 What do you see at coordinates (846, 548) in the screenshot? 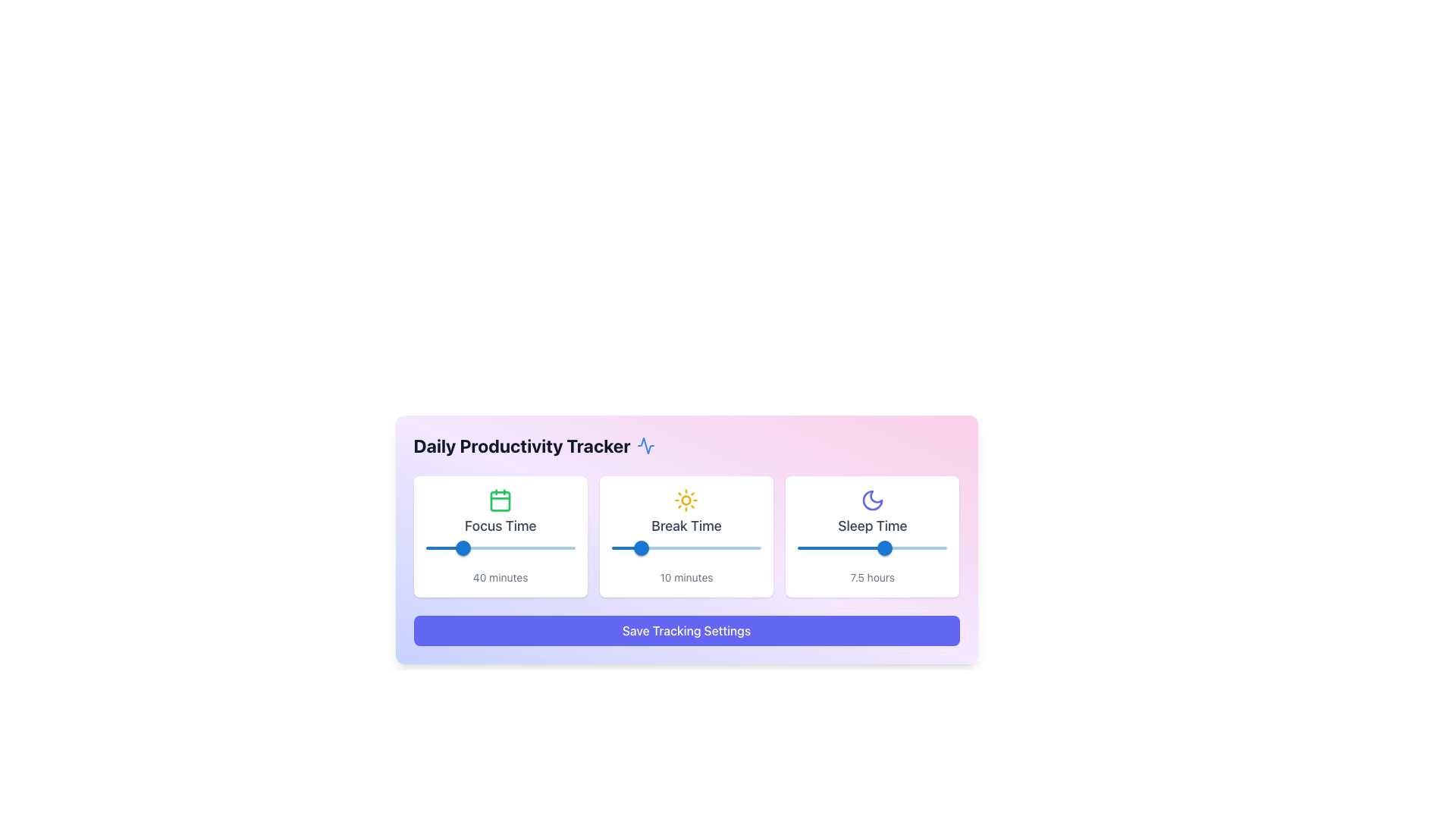
I see `the sleep time slider` at bounding box center [846, 548].